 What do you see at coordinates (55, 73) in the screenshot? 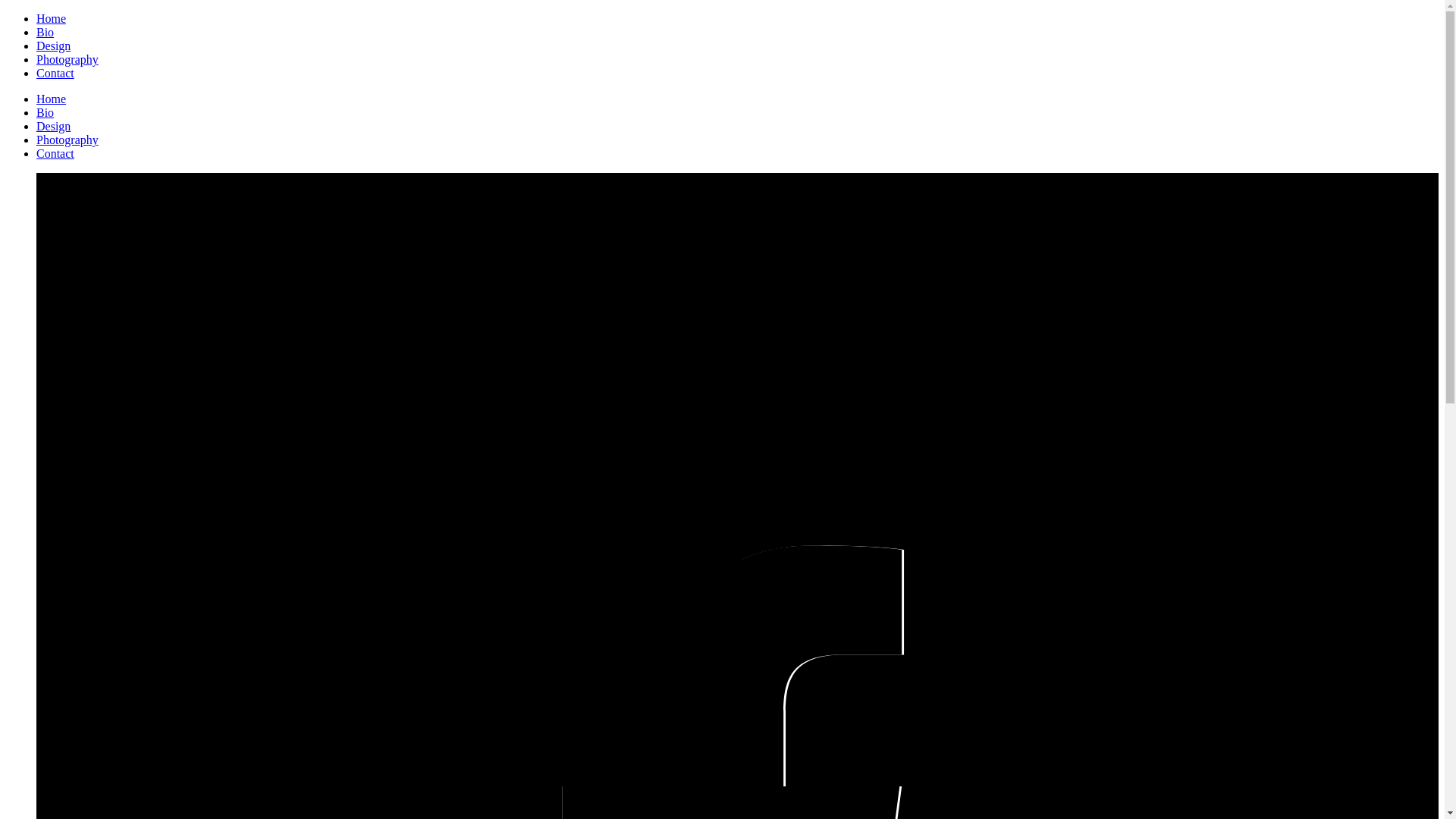
I see `'Contact'` at bounding box center [55, 73].